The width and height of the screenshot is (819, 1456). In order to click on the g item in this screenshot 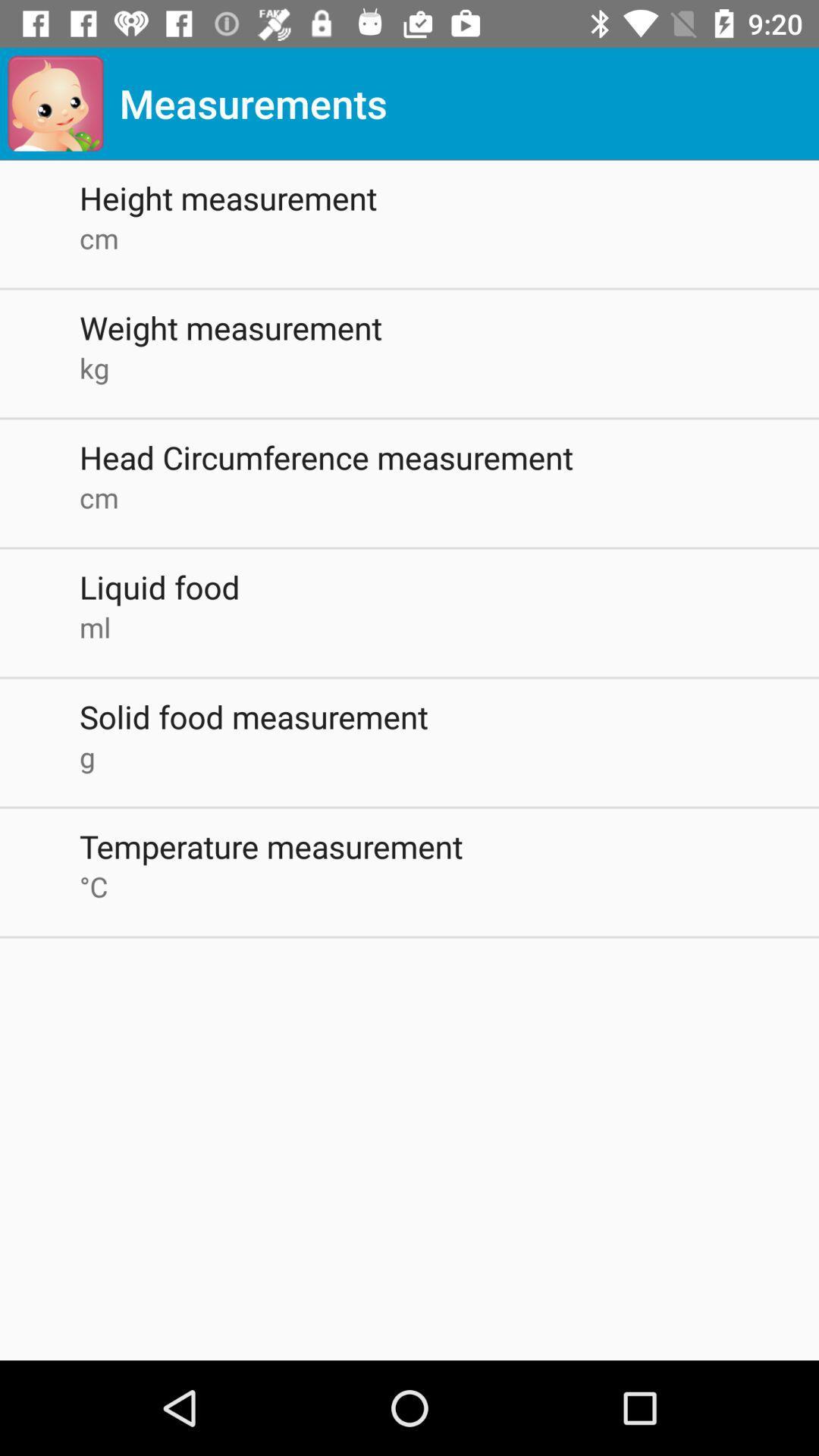, I will do `click(448, 757)`.